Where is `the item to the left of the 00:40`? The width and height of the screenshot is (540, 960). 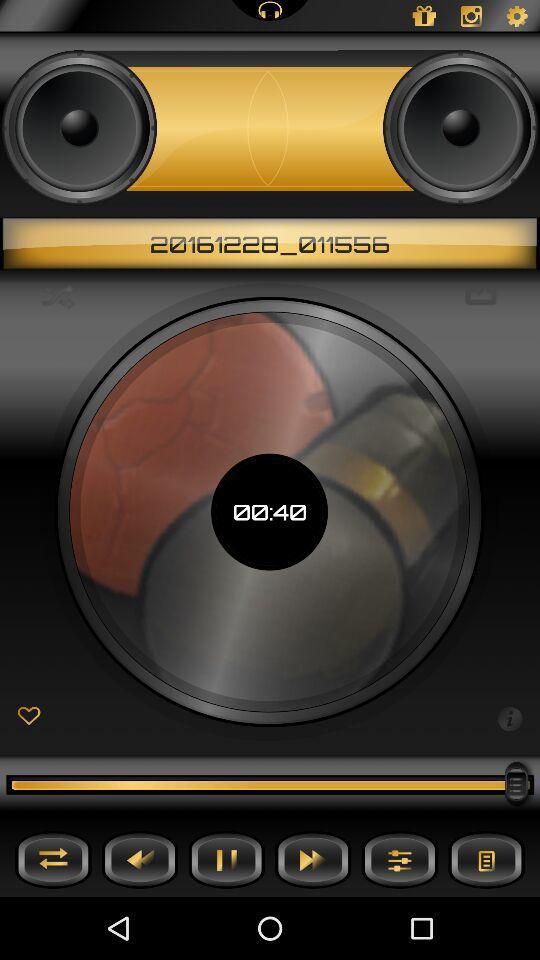
the item to the left of the 00:40 is located at coordinates (58, 295).